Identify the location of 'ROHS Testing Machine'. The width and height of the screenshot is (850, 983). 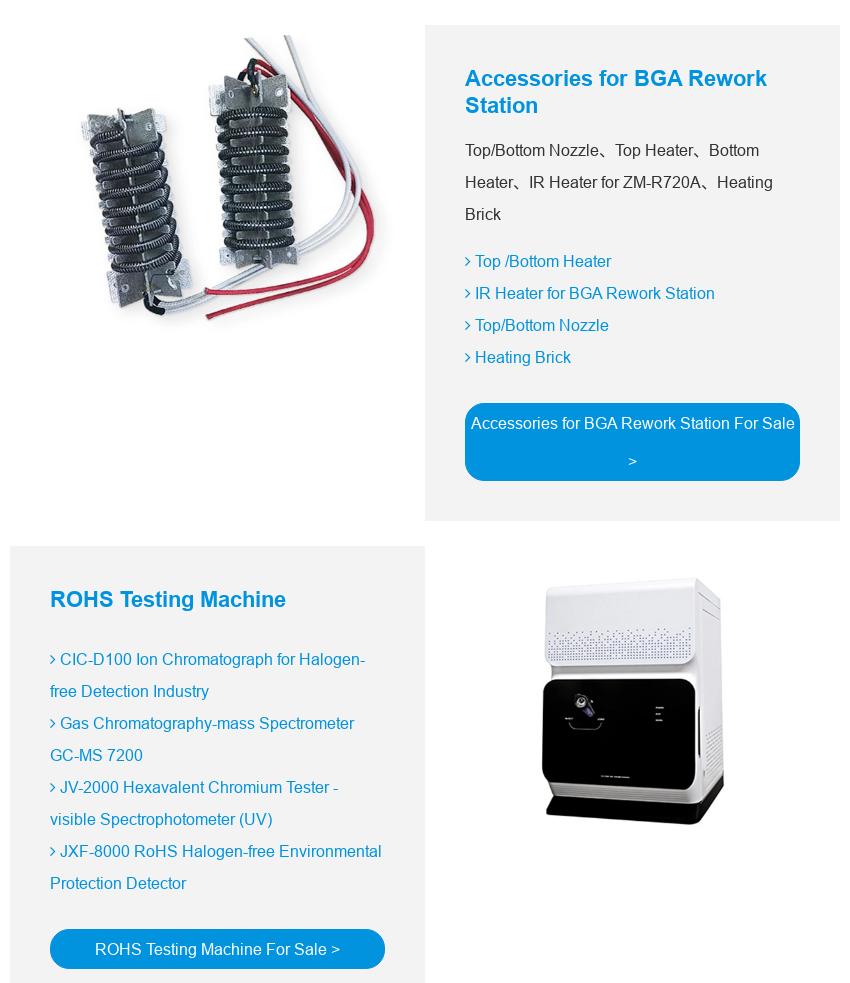
(167, 599).